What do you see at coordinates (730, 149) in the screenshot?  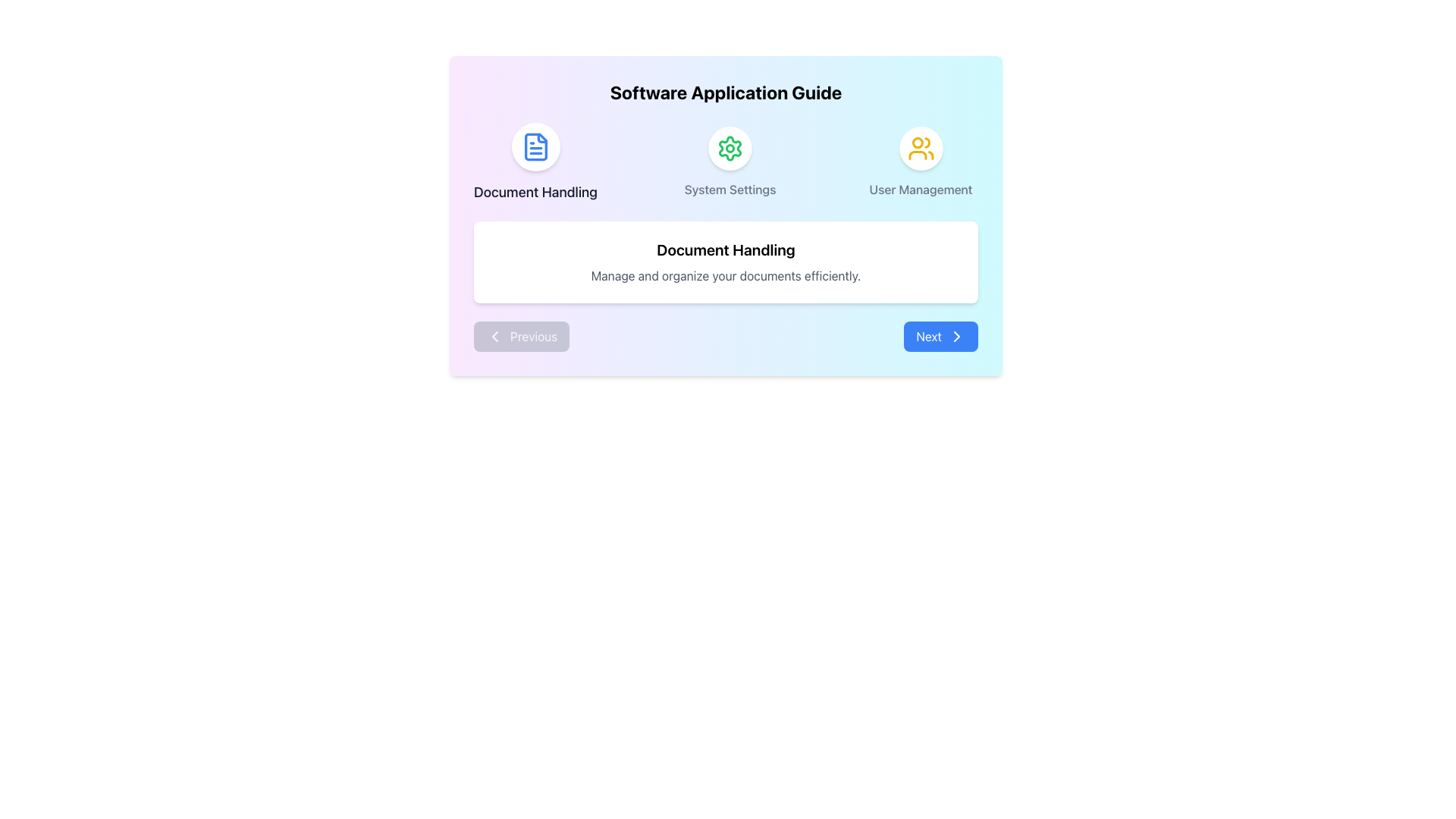 I see `the SVG circle component of the 'System Settings' icon, which is the middle icon in a horizontal arrangement at the top of the interface` at bounding box center [730, 149].